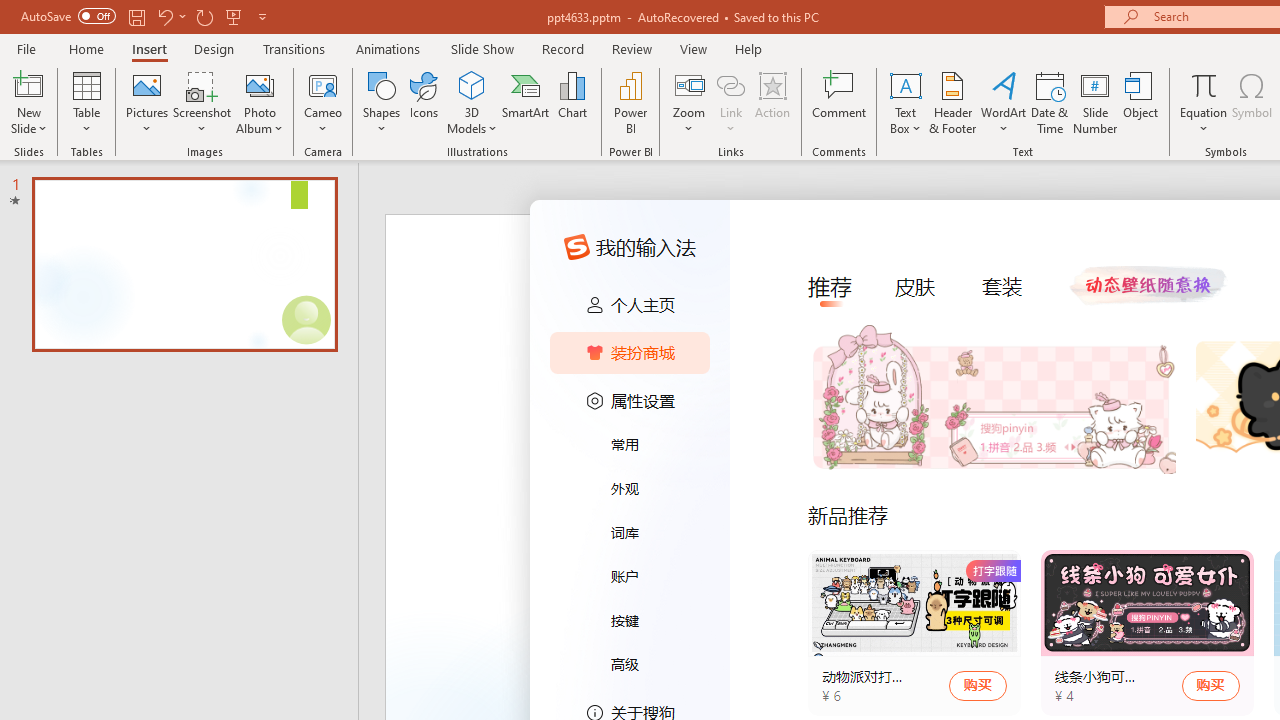 The height and width of the screenshot is (720, 1280). Describe the element at coordinates (1004, 103) in the screenshot. I see `'WordArt'` at that location.